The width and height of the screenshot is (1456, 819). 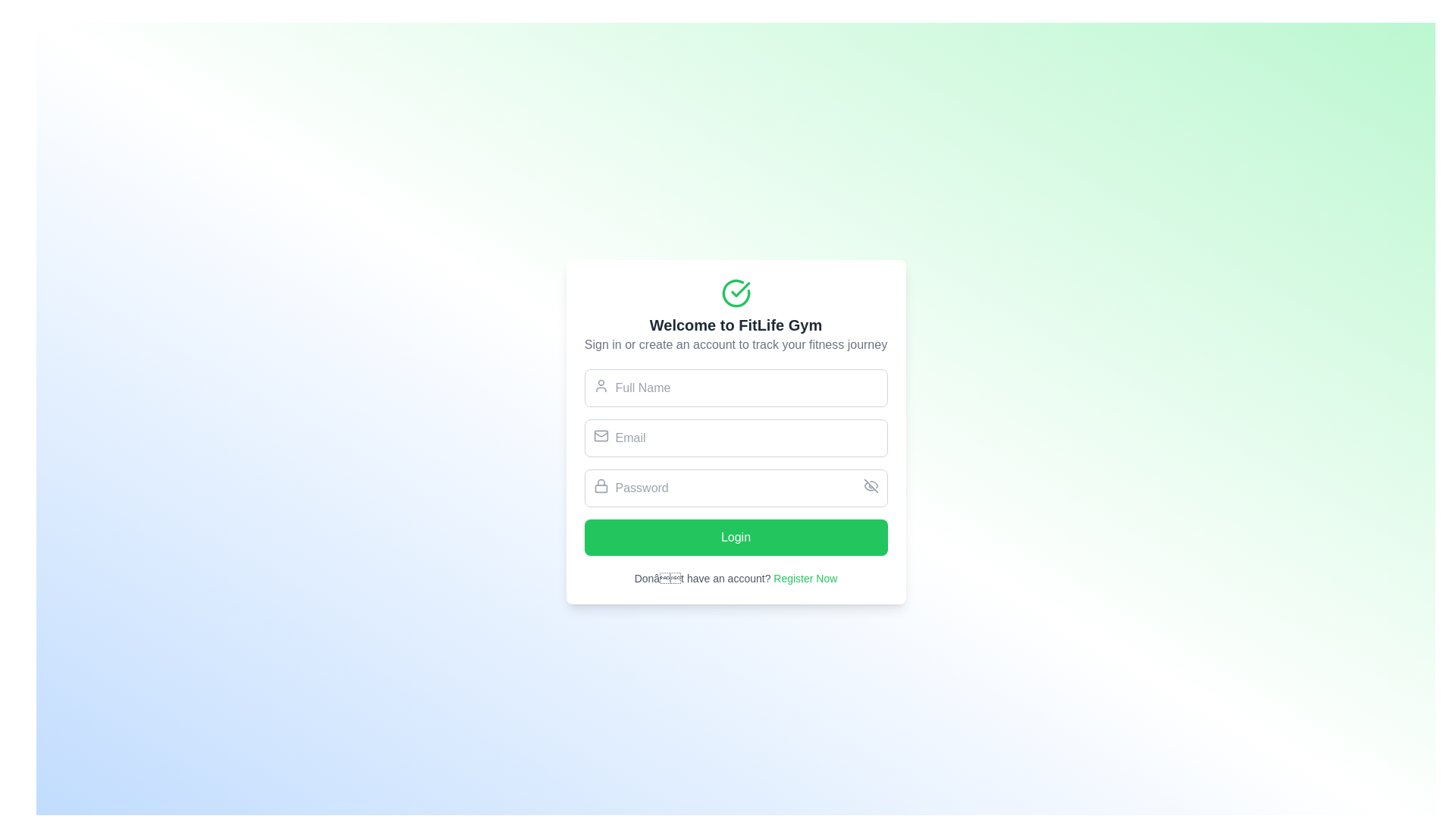 What do you see at coordinates (736, 315) in the screenshot?
I see `the introductory text block at the top of the login form, which greets users and informs them about the purpose of the application` at bounding box center [736, 315].